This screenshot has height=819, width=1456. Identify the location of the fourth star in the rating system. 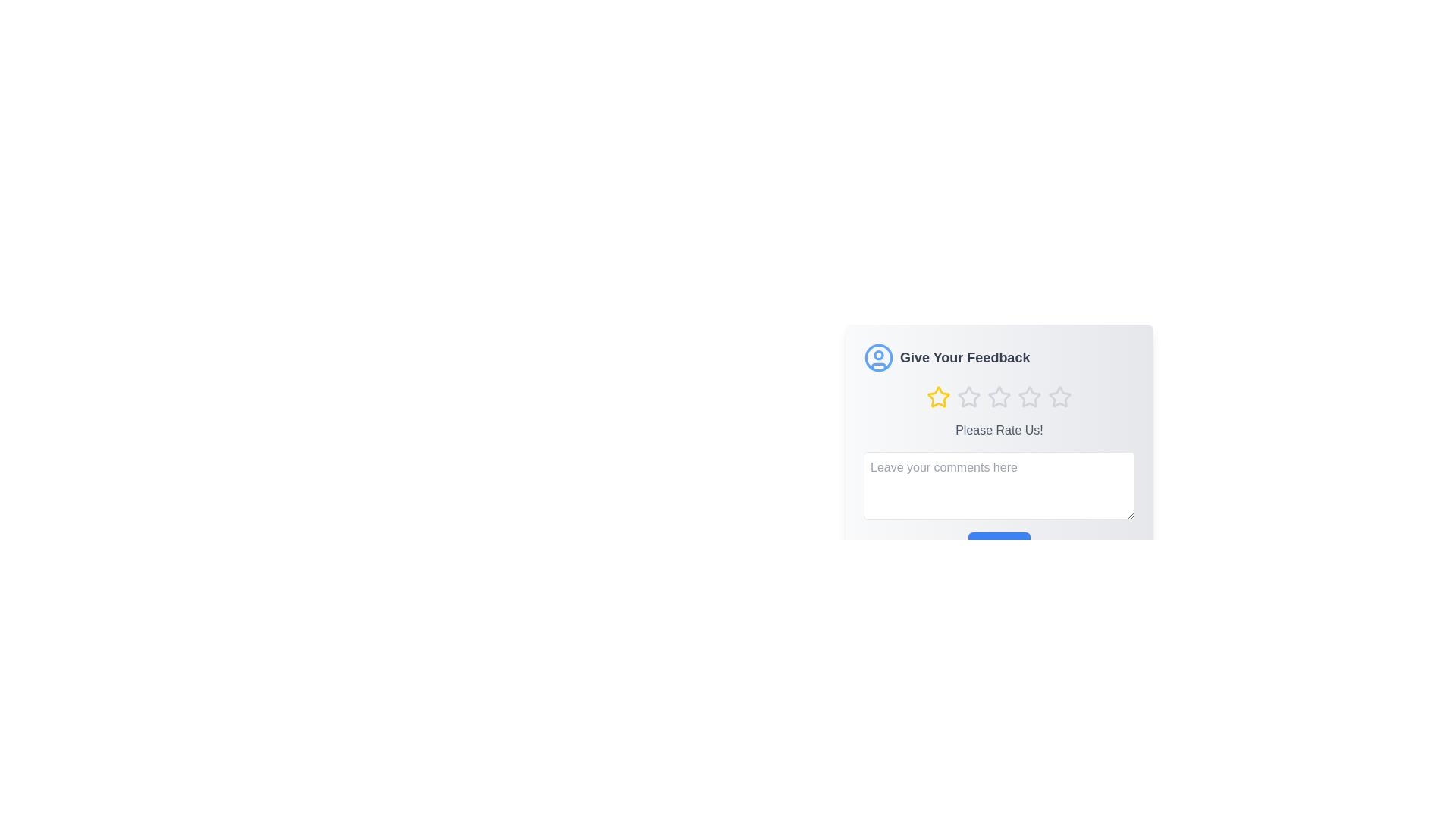
(1029, 396).